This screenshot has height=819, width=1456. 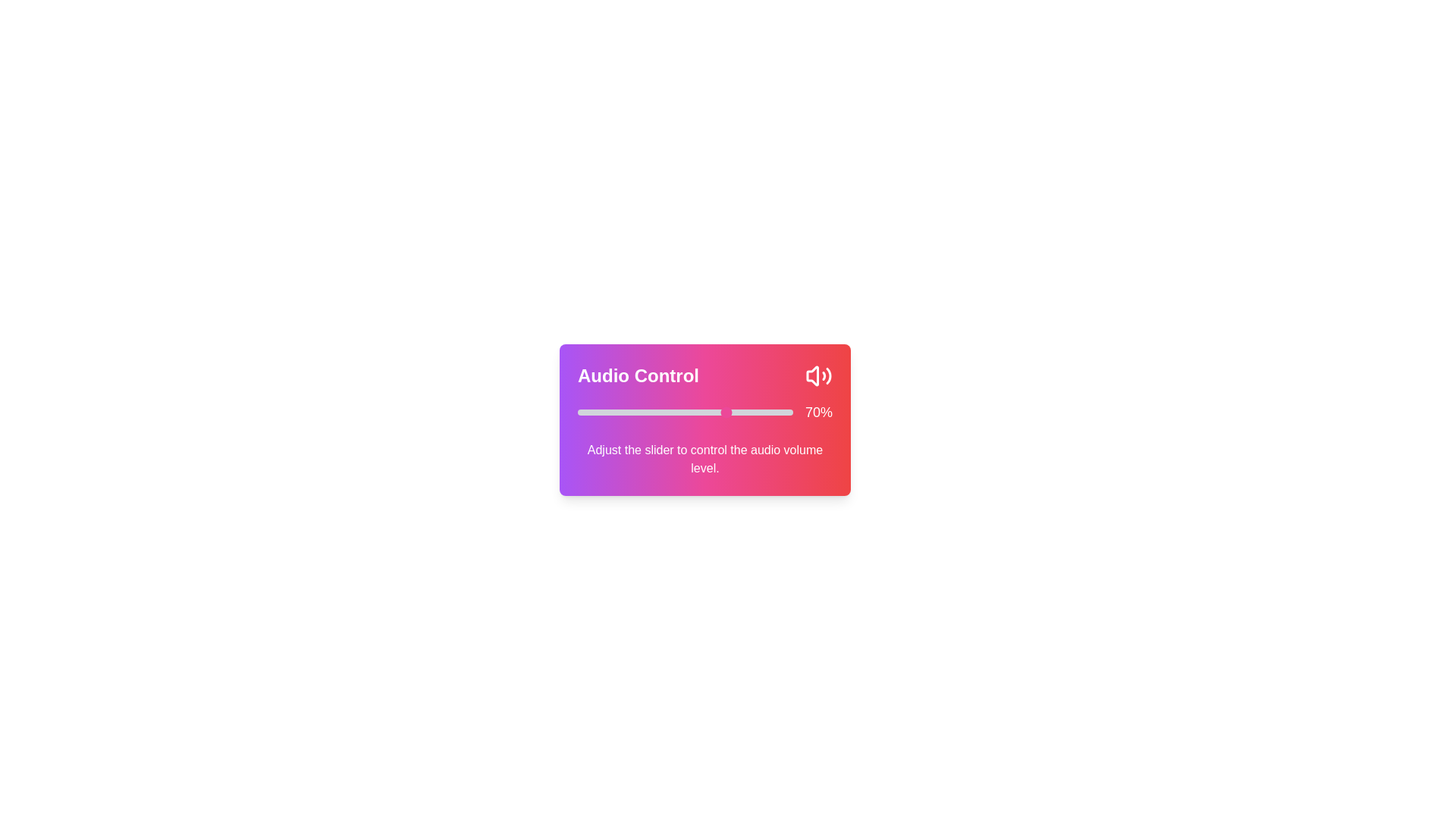 I want to click on the volume slider to set the volume to 7%, so click(x=591, y=412).